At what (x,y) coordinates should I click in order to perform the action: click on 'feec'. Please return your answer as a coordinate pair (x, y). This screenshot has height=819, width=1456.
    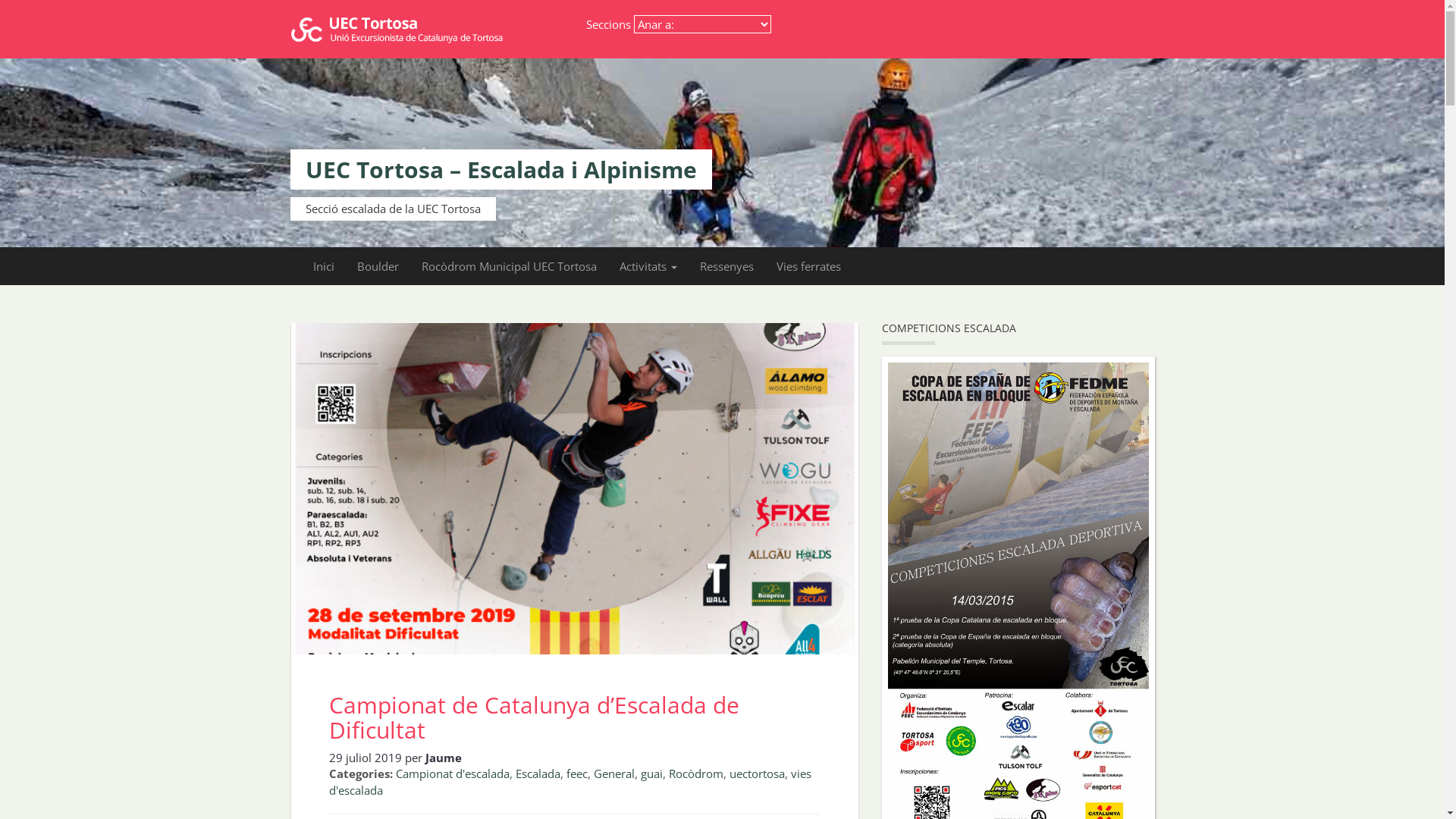
    Looking at the image, I should click on (575, 773).